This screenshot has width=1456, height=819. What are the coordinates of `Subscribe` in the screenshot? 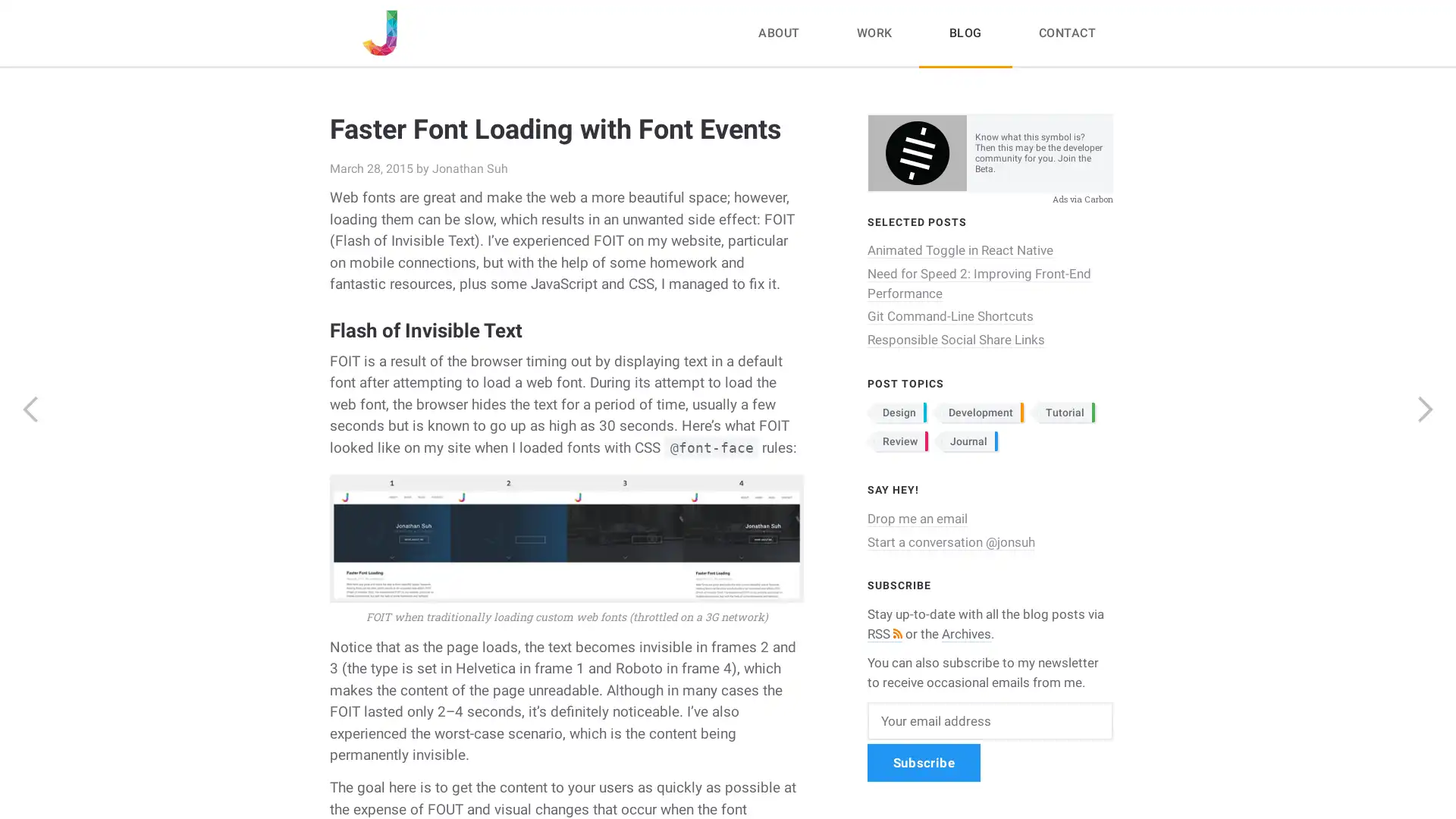 It's located at (923, 762).